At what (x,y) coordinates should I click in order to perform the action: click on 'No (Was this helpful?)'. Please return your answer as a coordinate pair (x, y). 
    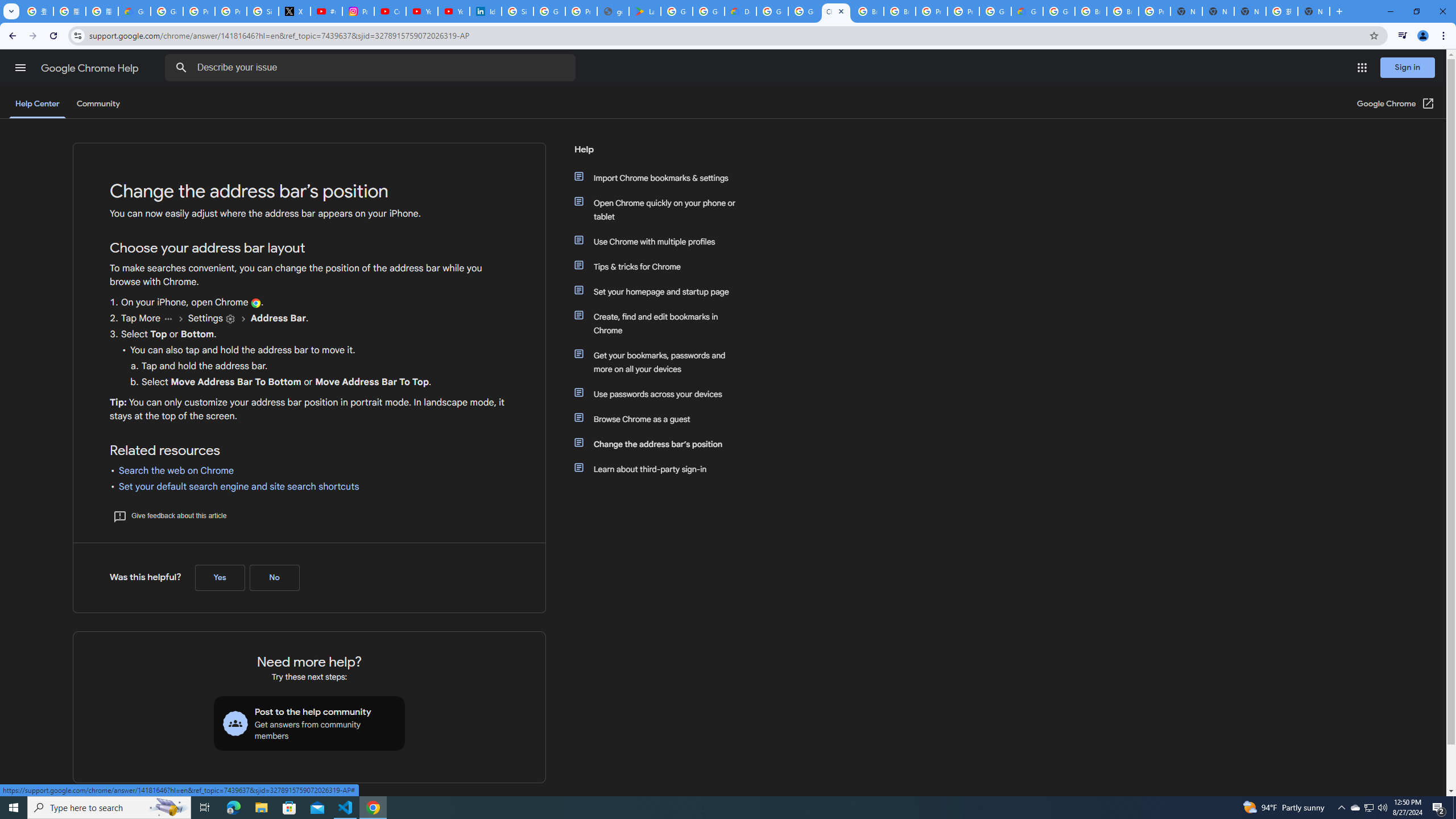
    Looking at the image, I should click on (274, 577).